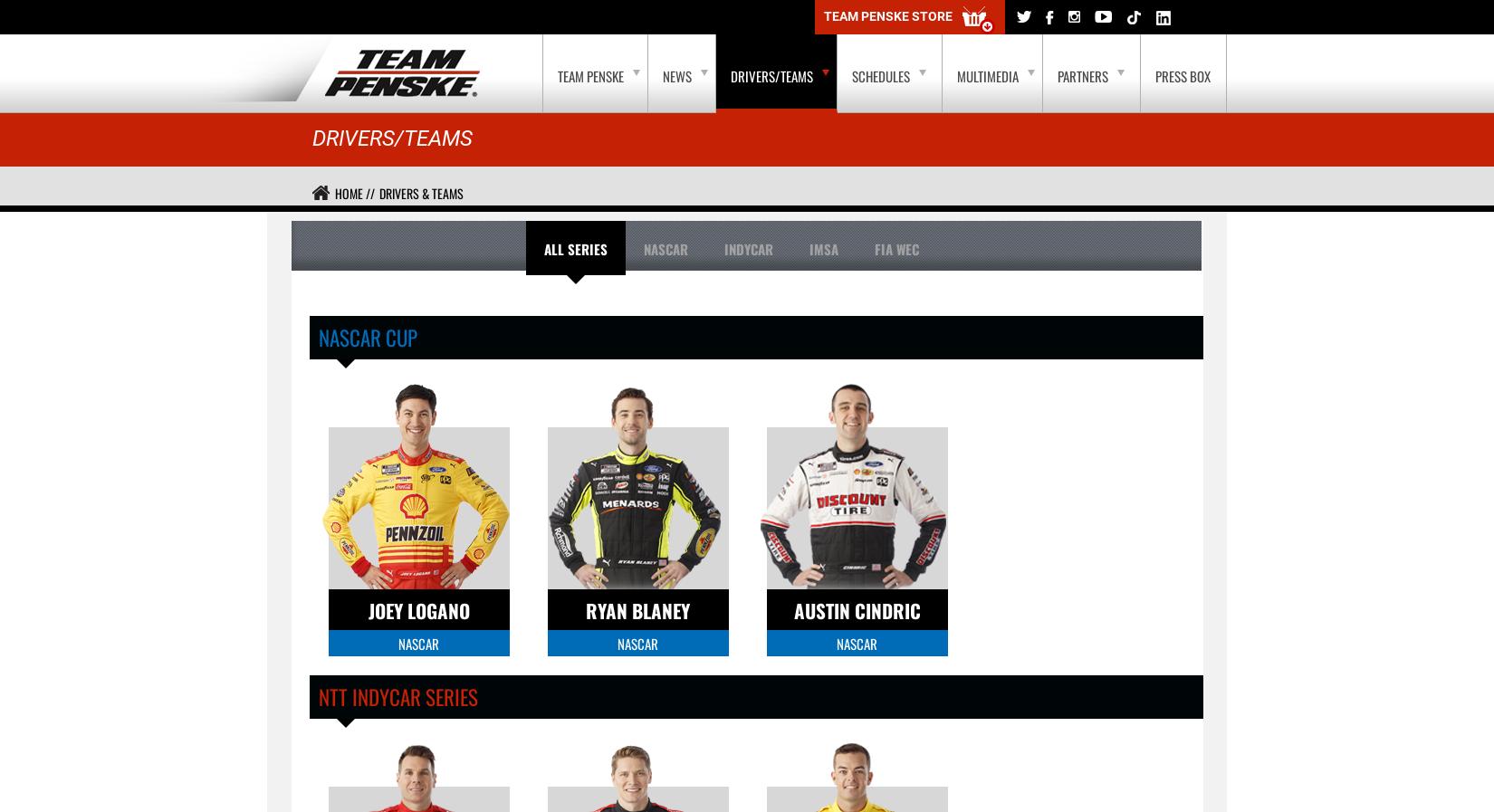 This screenshot has height=812, width=1494. Describe the element at coordinates (235, 16) in the screenshot. I see `'TikTok'` at that location.